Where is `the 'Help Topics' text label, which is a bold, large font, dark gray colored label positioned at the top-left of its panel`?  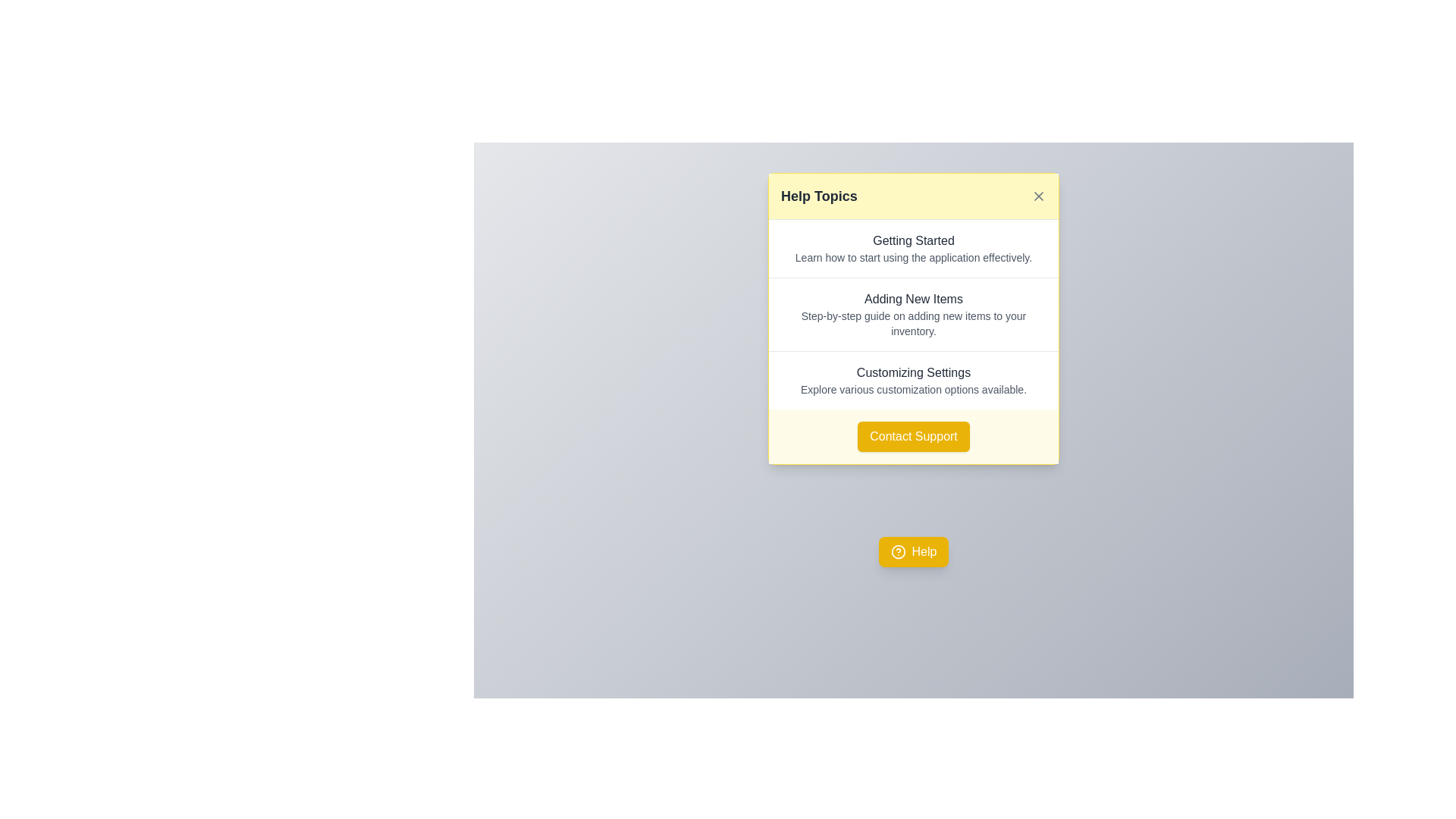 the 'Help Topics' text label, which is a bold, large font, dark gray colored label positioned at the top-left of its panel is located at coordinates (818, 195).